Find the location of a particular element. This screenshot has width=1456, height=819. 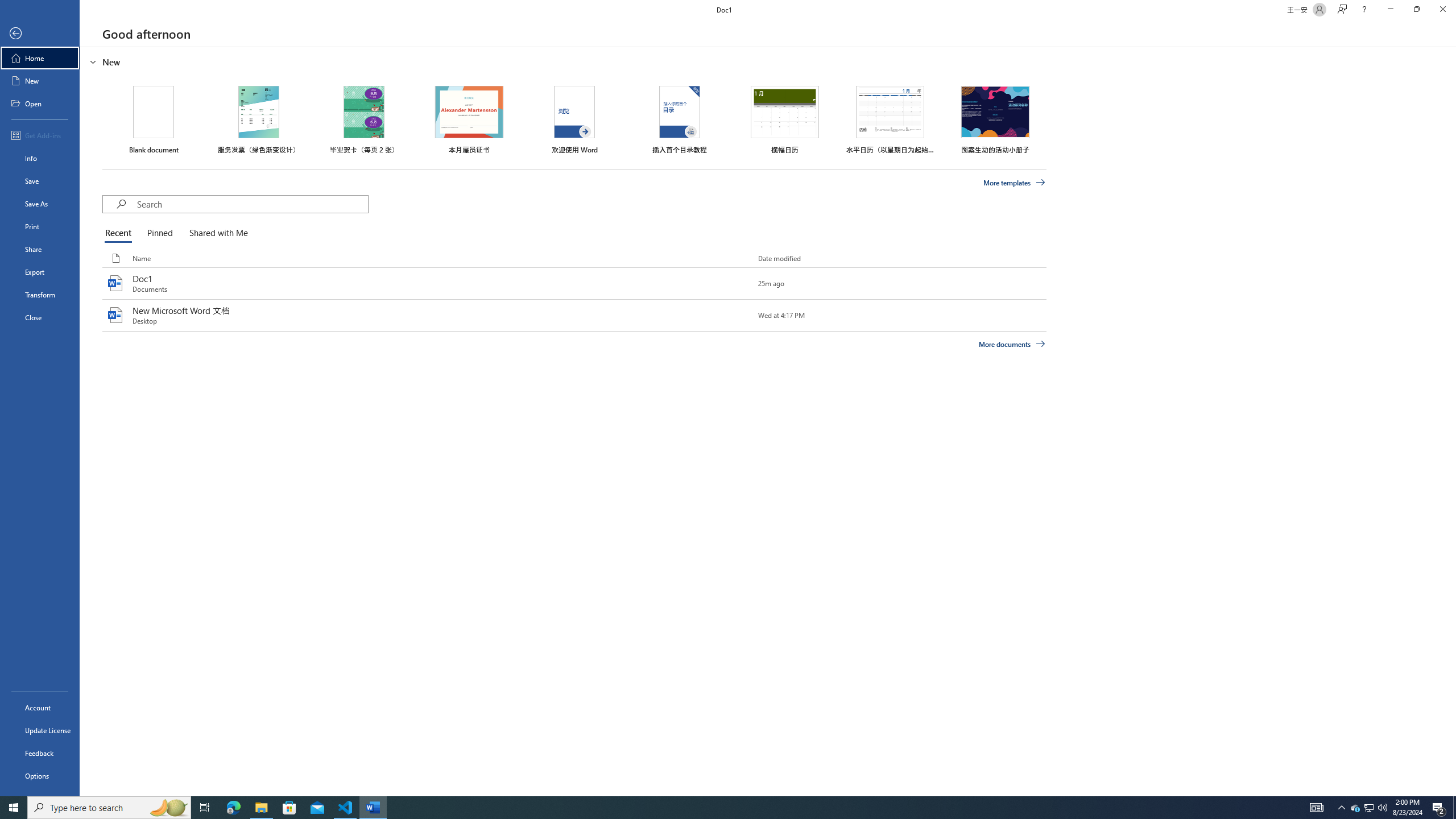

'Share' is located at coordinates (39, 248).